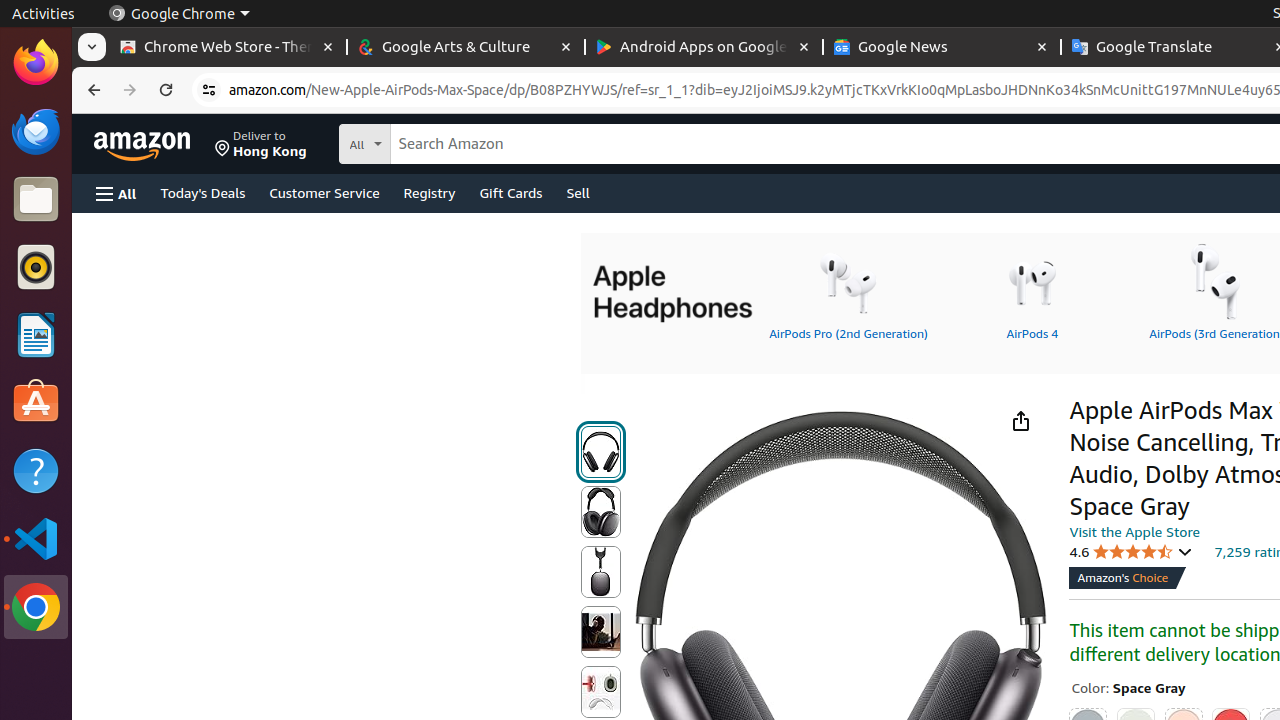  I want to click on 'Google Chrome', so click(178, 13).